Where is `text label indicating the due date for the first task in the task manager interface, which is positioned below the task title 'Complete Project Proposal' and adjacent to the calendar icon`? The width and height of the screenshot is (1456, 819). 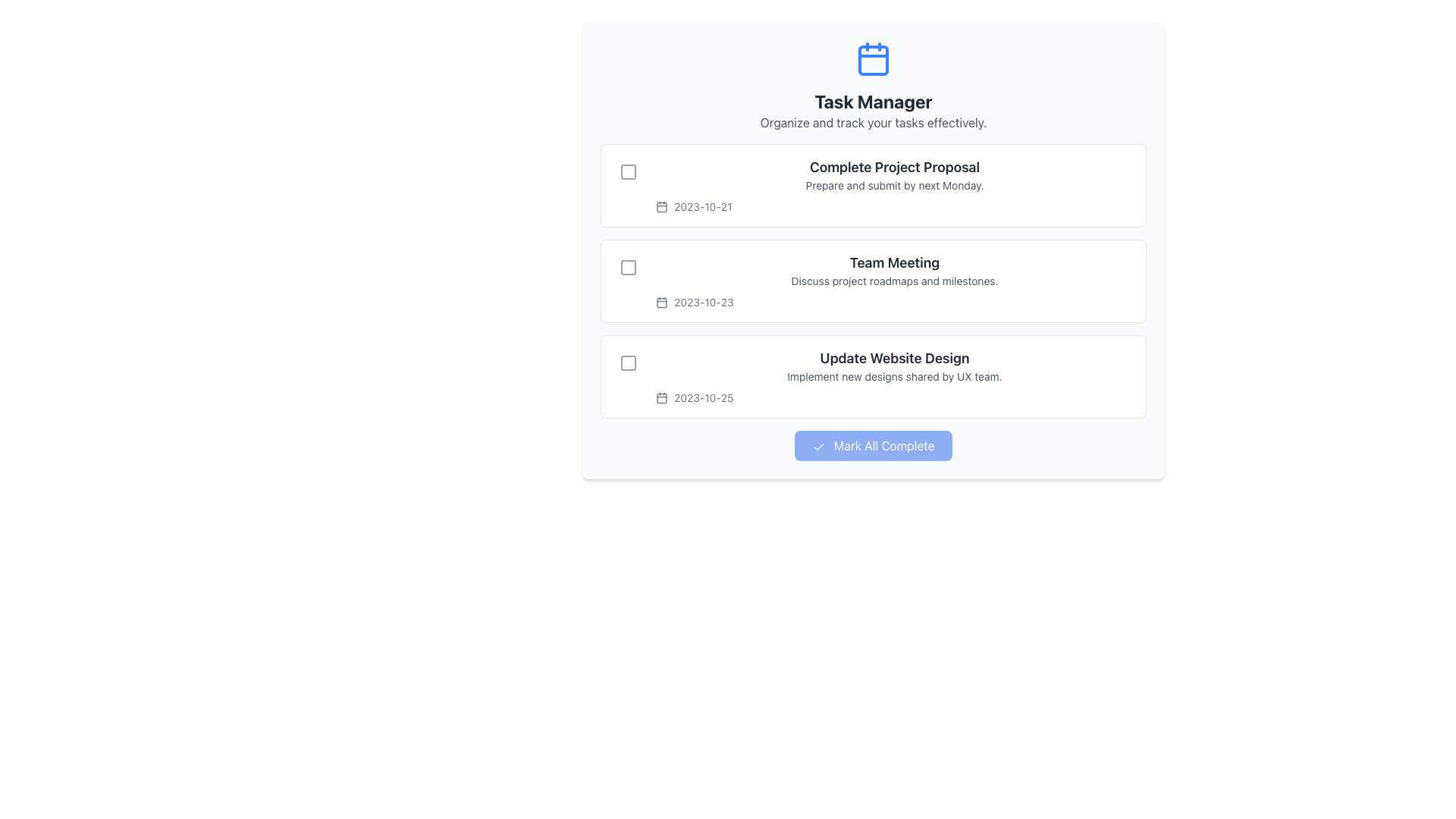 text label indicating the due date for the first task in the task manager interface, which is positioned below the task title 'Complete Project Proposal' and adjacent to the calendar icon is located at coordinates (702, 207).